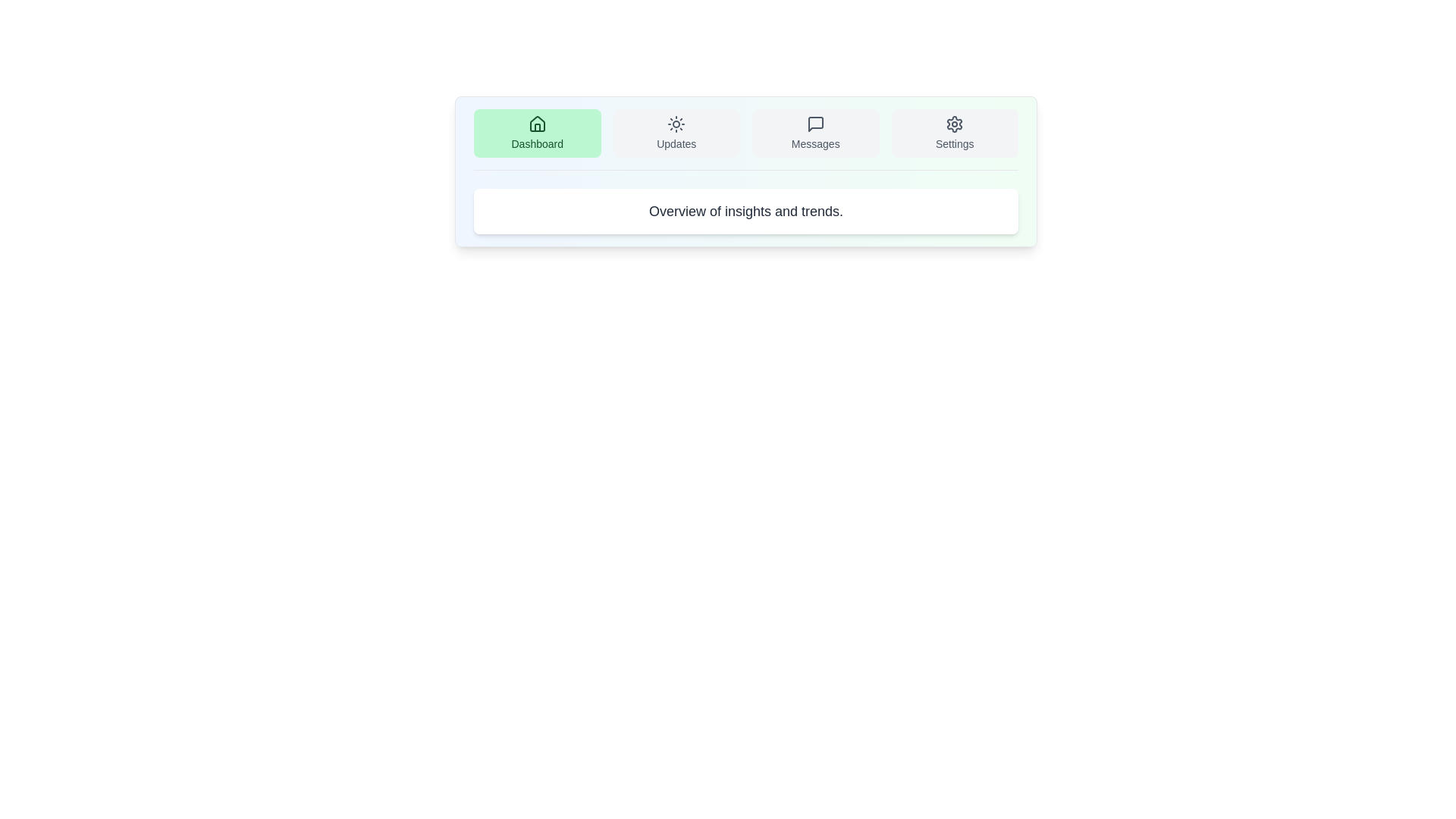 This screenshot has width=1456, height=819. I want to click on the tab labeled Settings to observe the hover effect, so click(954, 133).